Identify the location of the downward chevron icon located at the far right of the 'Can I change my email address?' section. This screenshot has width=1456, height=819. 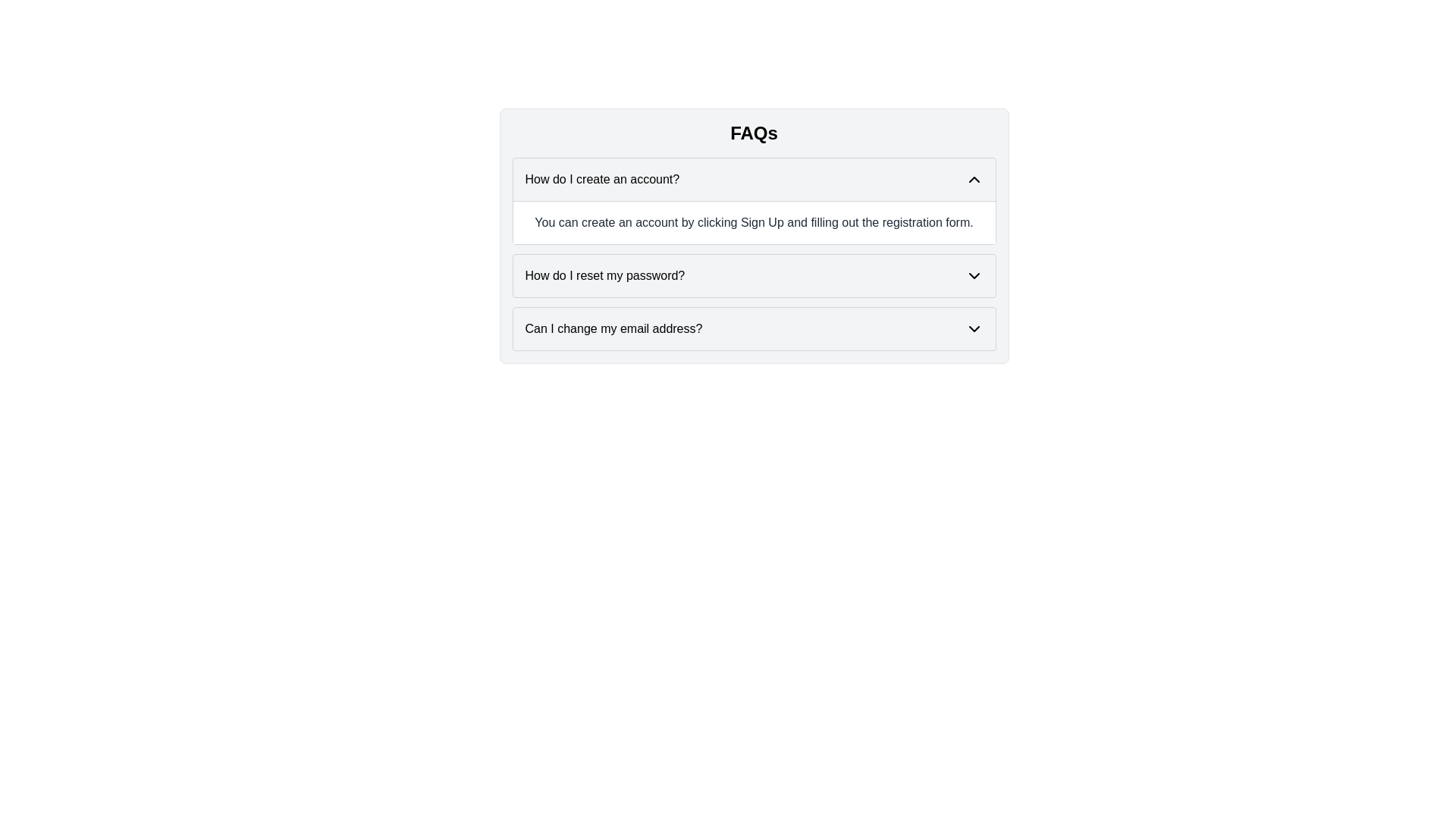
(974, 328).